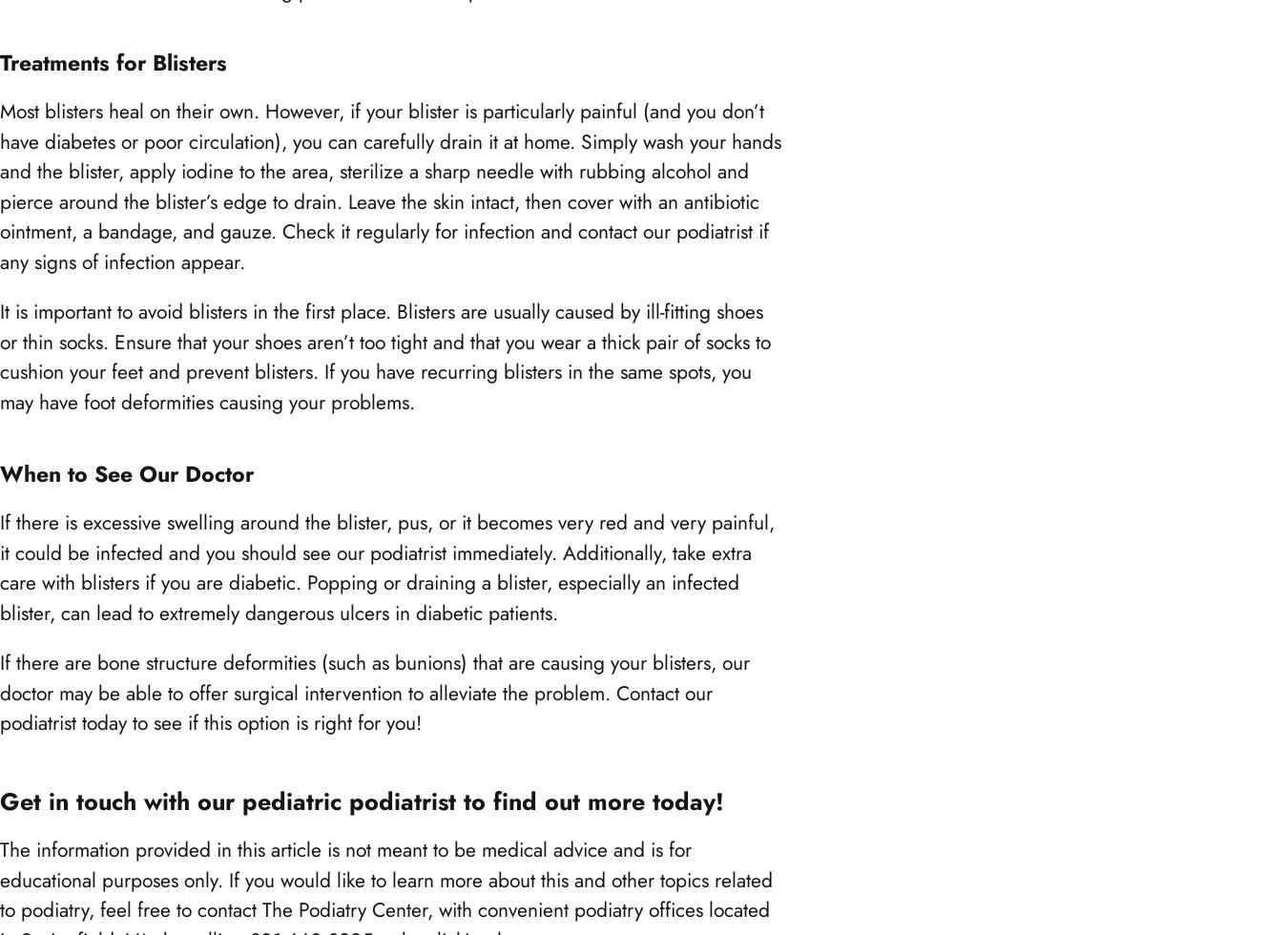 This screenshot has height=935, width=1288. I want to click on 'Website Accessibility', so click(110, 508).